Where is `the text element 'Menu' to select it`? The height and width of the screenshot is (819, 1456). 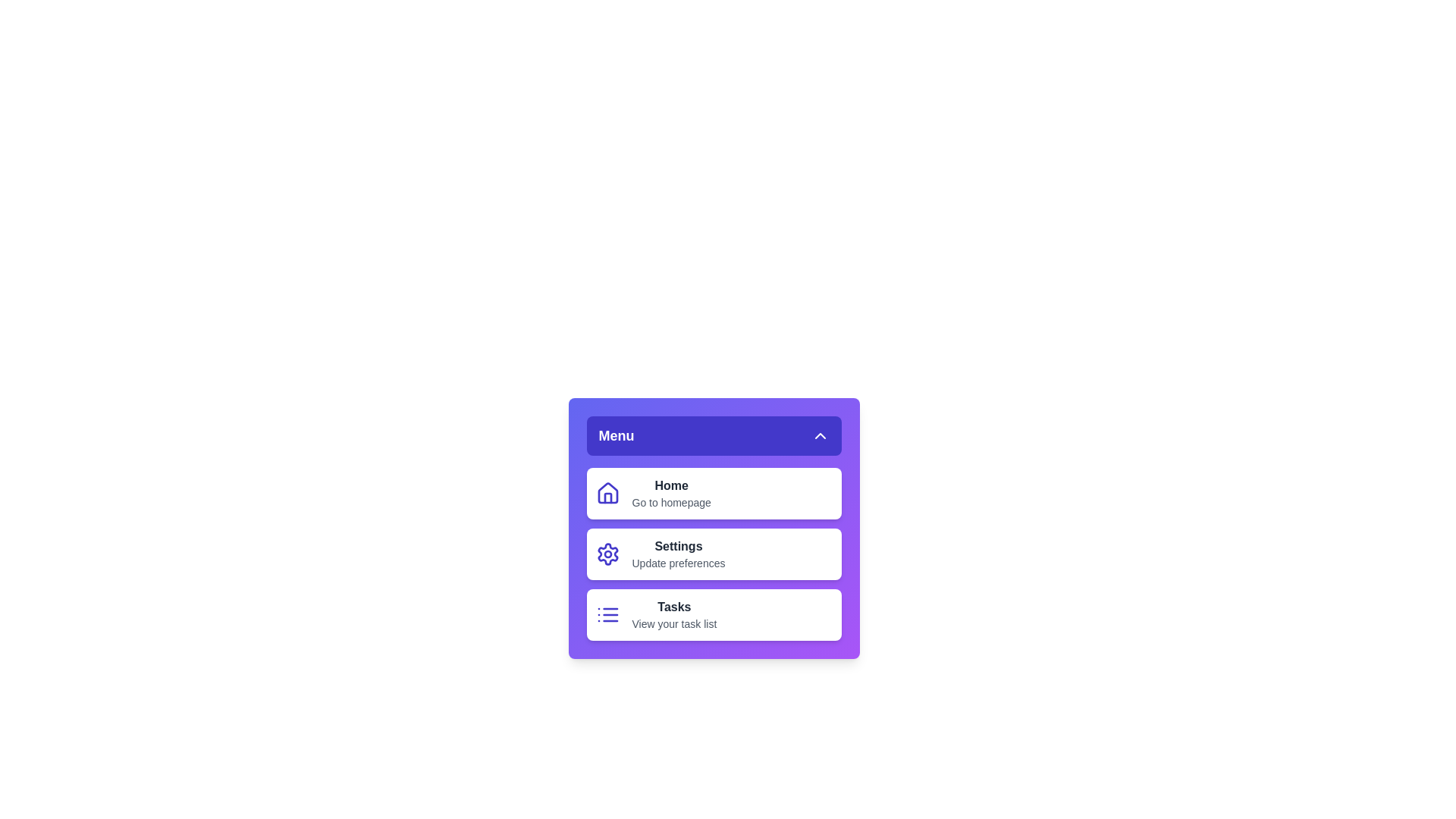 the text element 'Menu' to select it is located at coordinates (616, 435).